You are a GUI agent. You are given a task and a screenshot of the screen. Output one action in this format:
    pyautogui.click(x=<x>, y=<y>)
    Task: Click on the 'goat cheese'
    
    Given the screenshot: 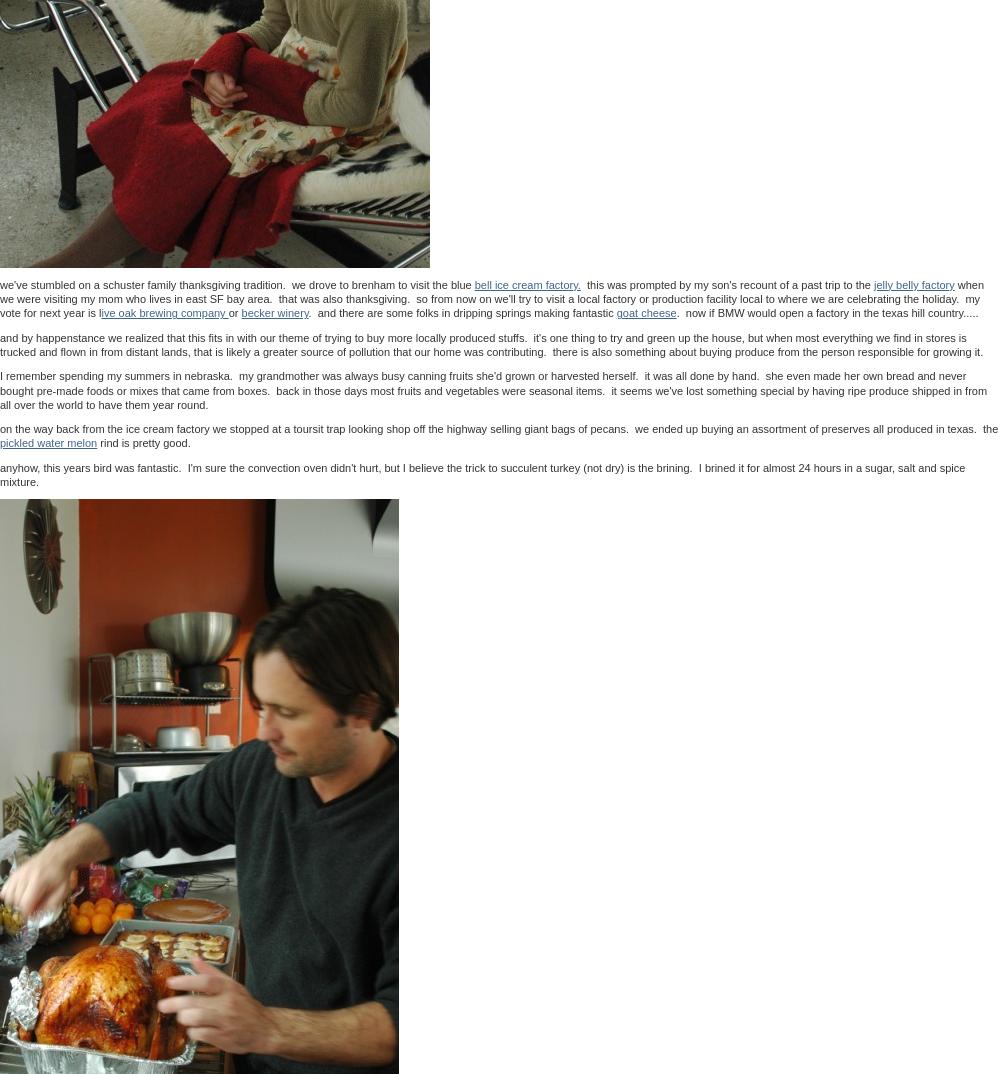 What is the action you would take?
    pyautogui.click(x=646, y=312)
    